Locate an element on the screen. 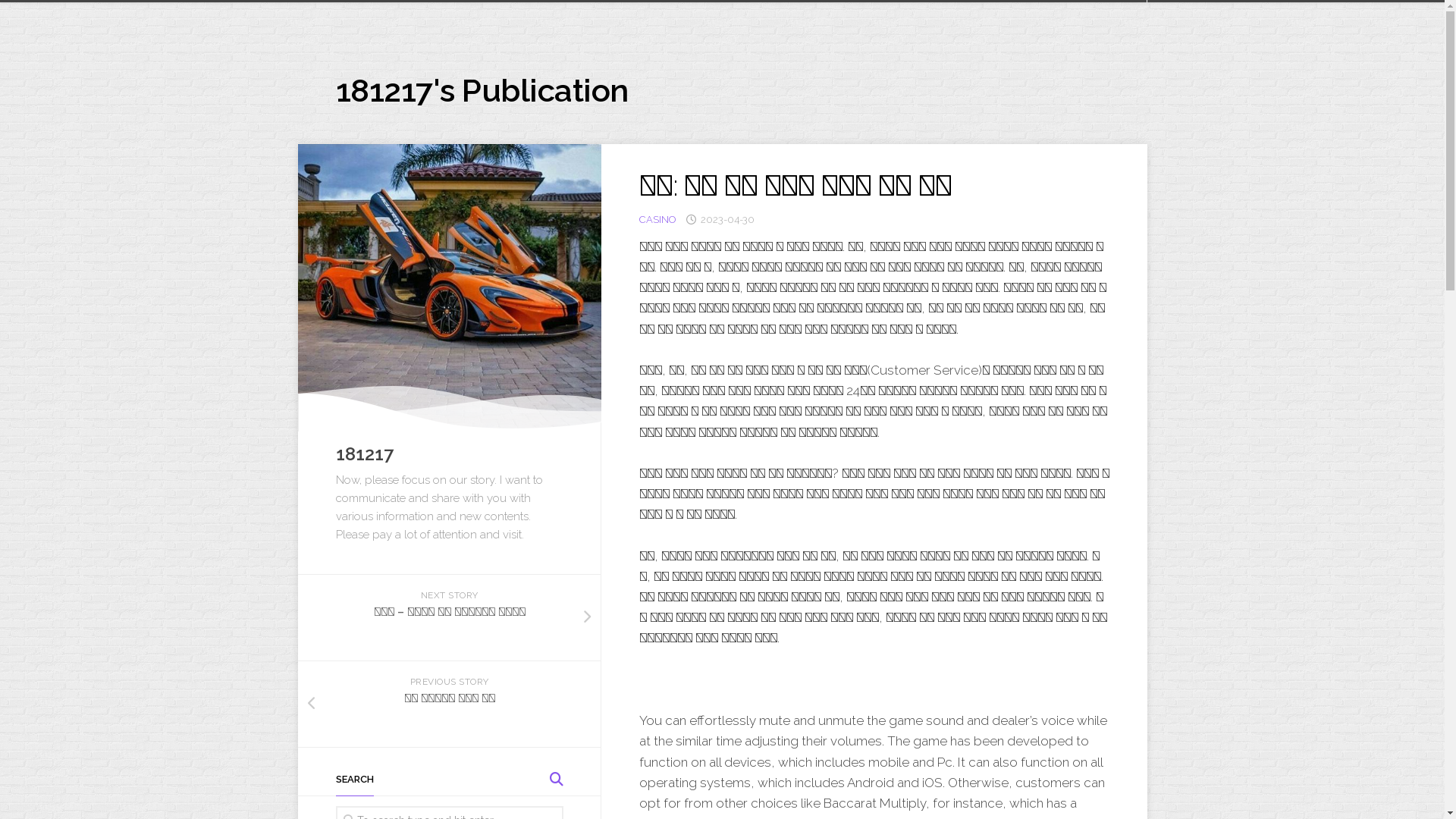 The width and height of the screenshot is (1456, 819). '181217's Publication' is located at coordinates (480, 90).